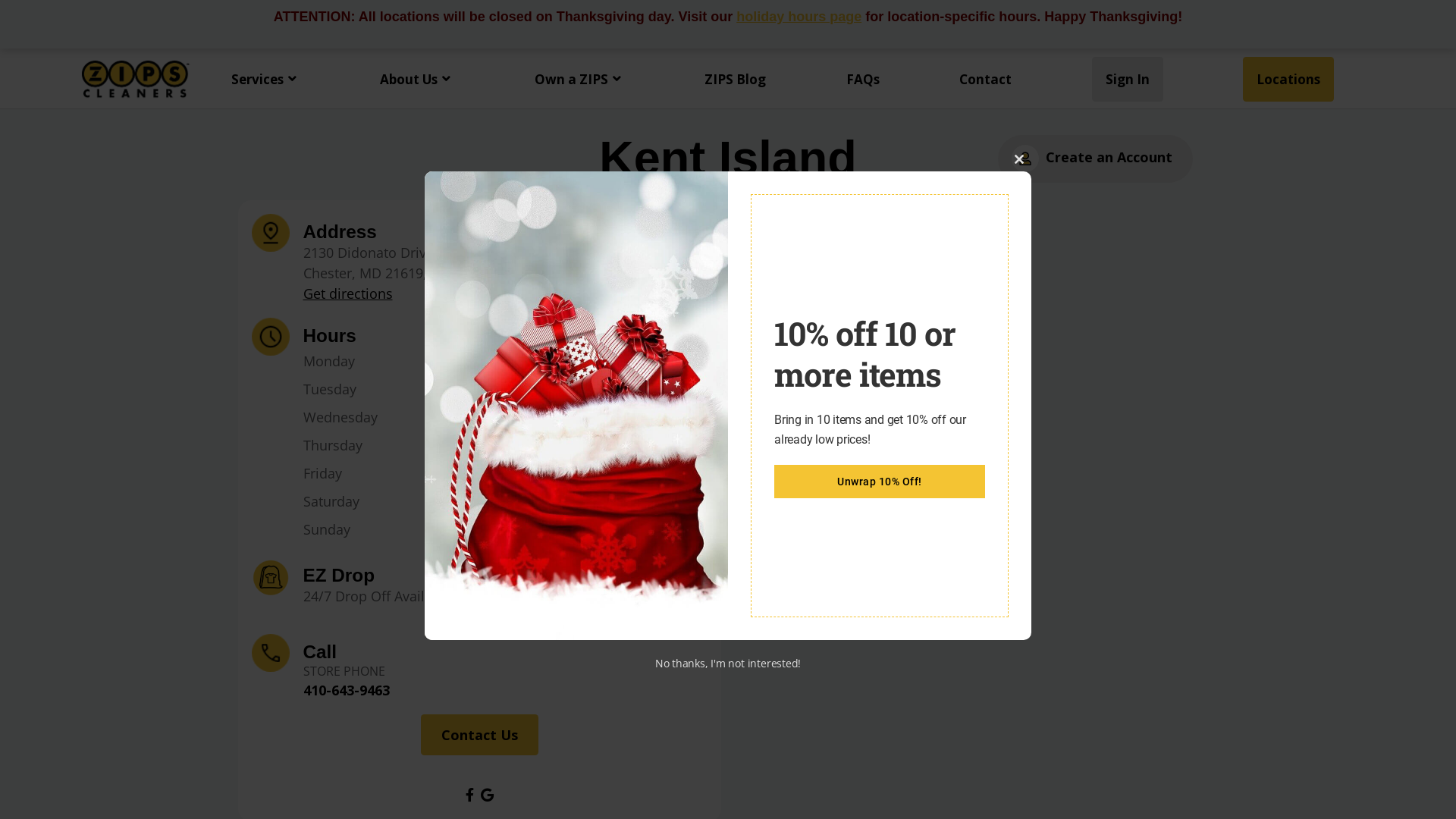  What do you see at coordinates (862, 79) in the screenshot?
I see `'FAQs'` at bounding box center [862, 79].